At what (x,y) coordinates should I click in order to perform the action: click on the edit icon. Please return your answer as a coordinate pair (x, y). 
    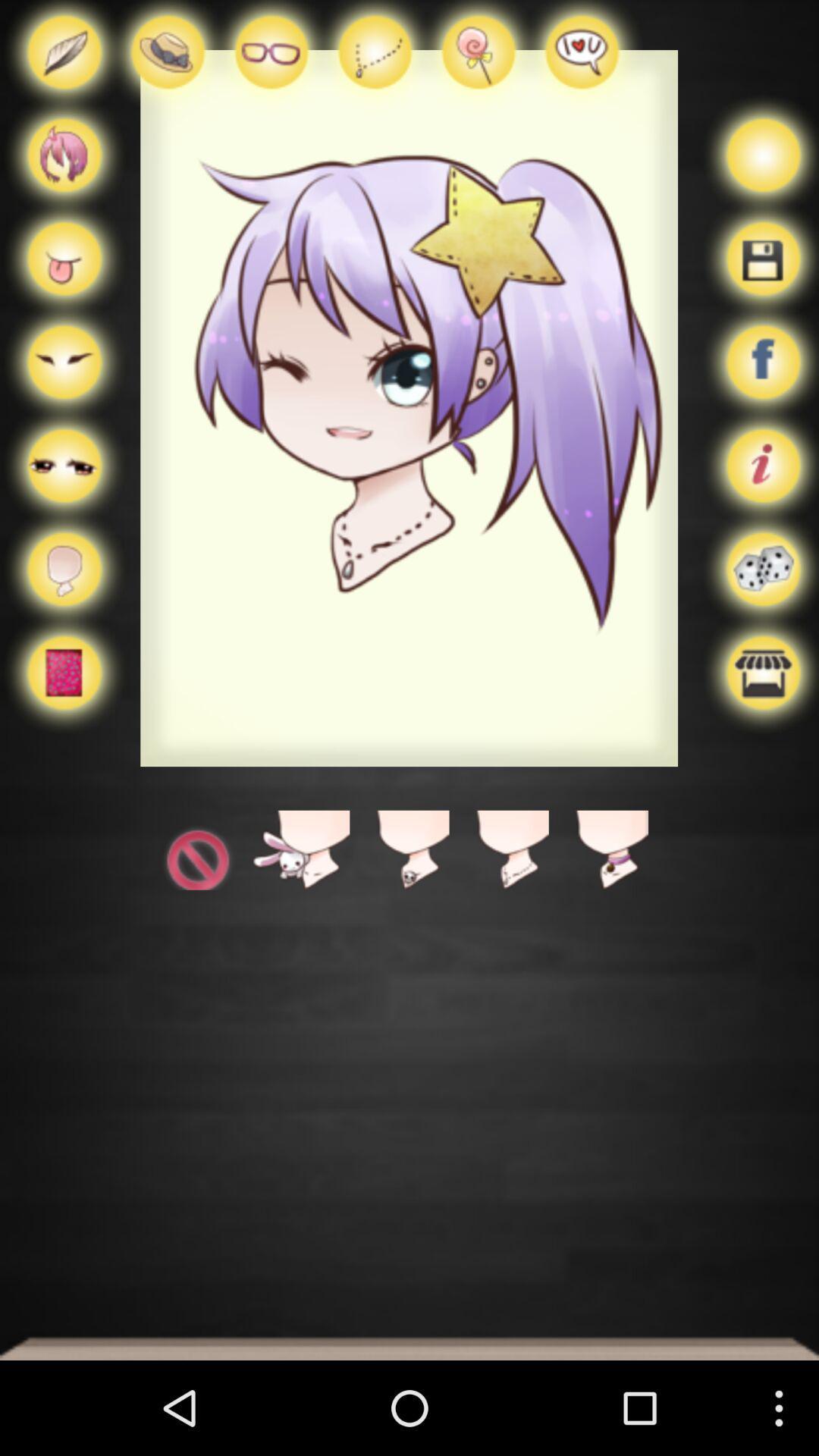
    Looking at the image, I should click on (63, 61).